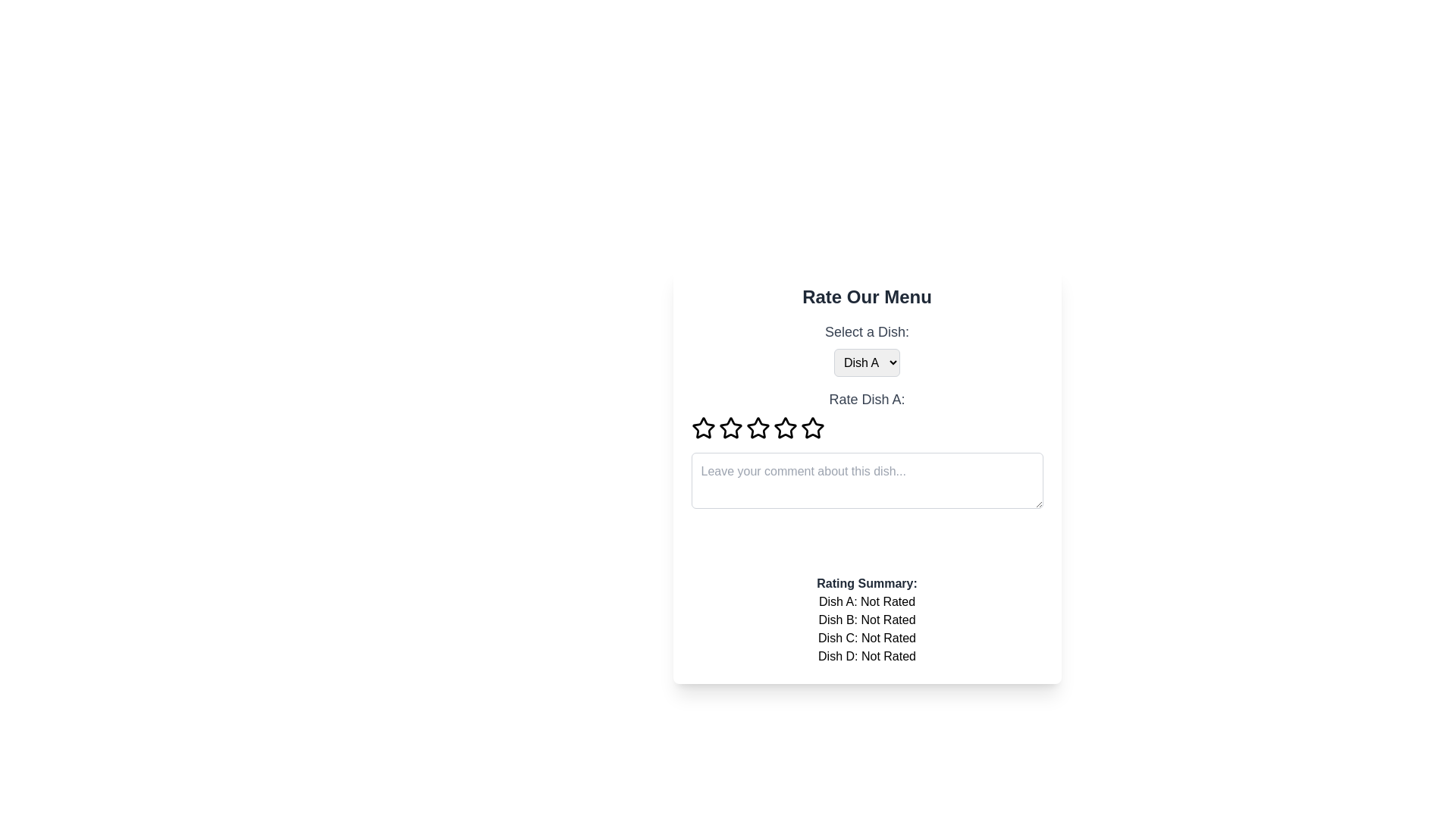  I want to click on the text label displaying 'Dish B: Not Rated', which is the second item in a vertical list under the 'Rating Summary:' heading, so click(867, 620).